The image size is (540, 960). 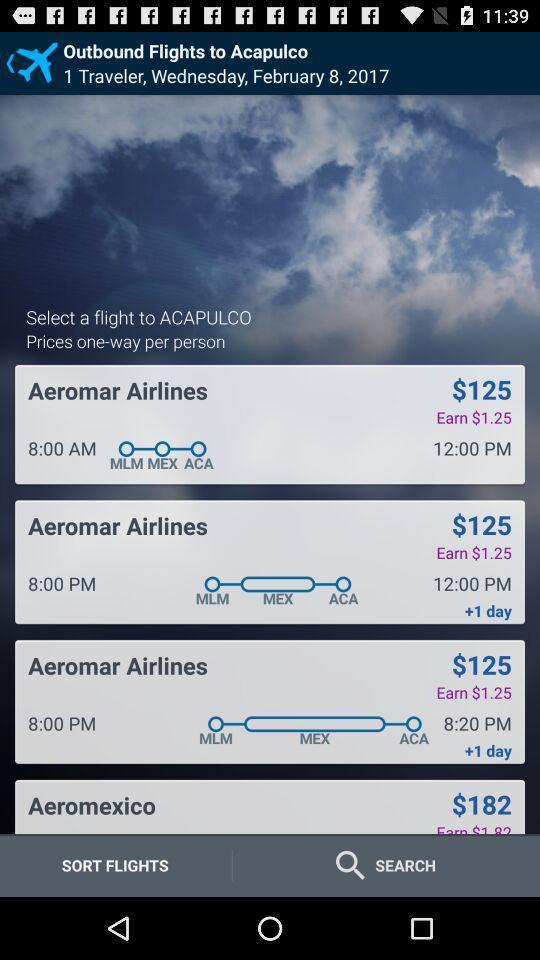 What do you see at coordinates (115, 864) in the screenshot?
I see `the item below the aeromexico` at bounding box center [115, 864].